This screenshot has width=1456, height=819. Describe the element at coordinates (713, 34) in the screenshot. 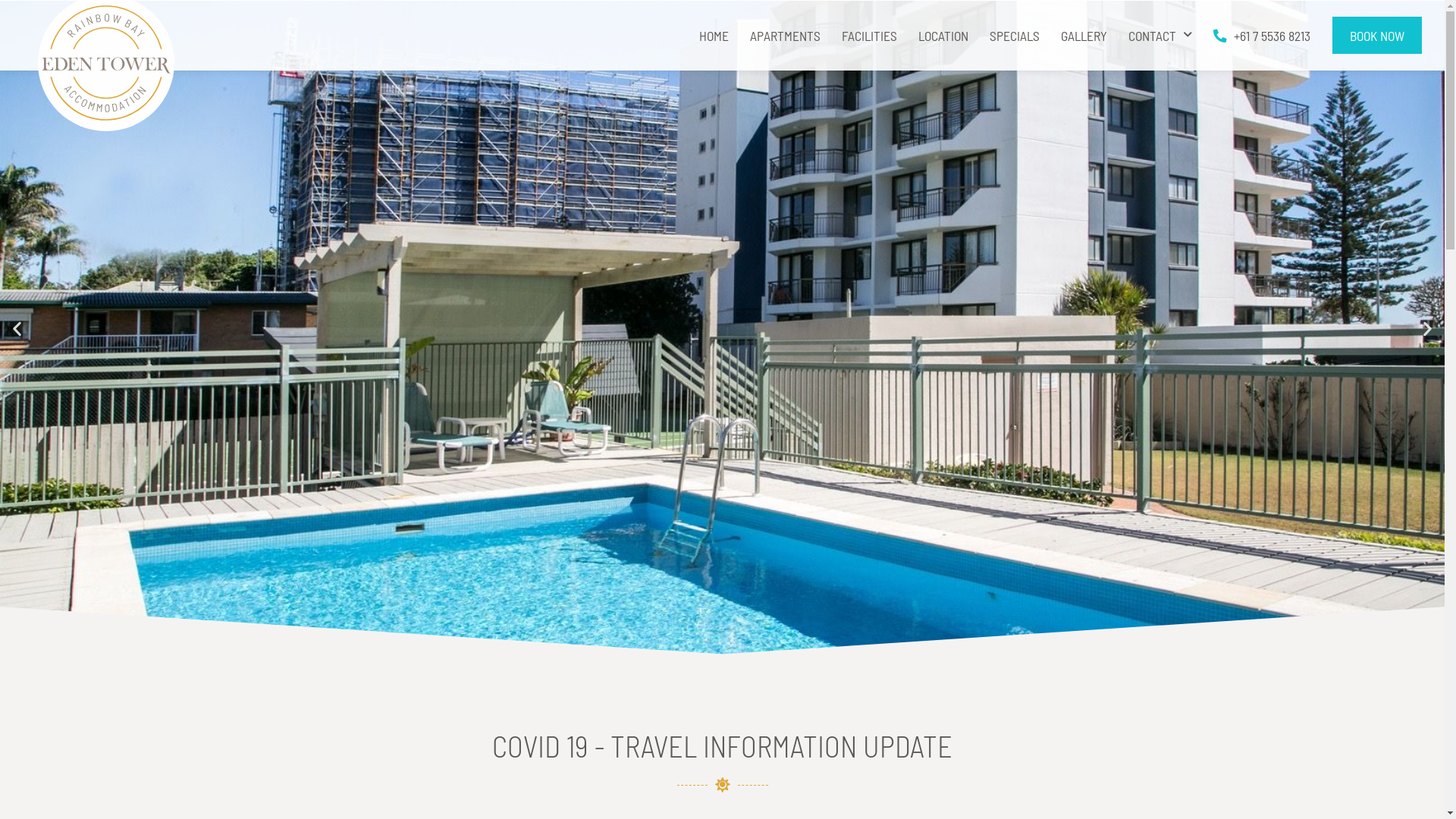

I see `'HOME'` at that location.